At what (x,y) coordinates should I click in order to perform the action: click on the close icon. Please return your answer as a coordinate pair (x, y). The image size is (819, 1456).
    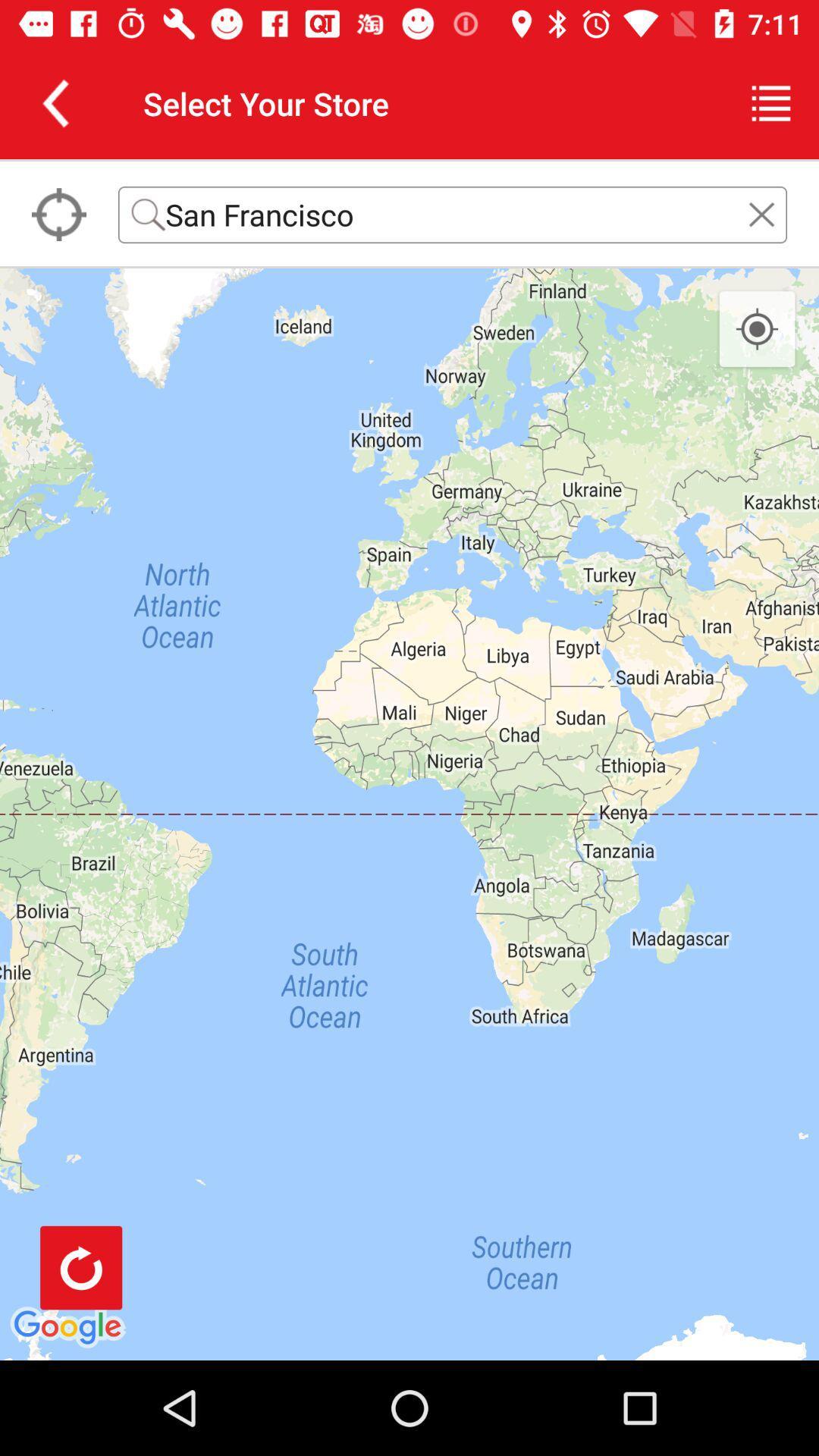
    Looking at the image, I should click on (761, 214).